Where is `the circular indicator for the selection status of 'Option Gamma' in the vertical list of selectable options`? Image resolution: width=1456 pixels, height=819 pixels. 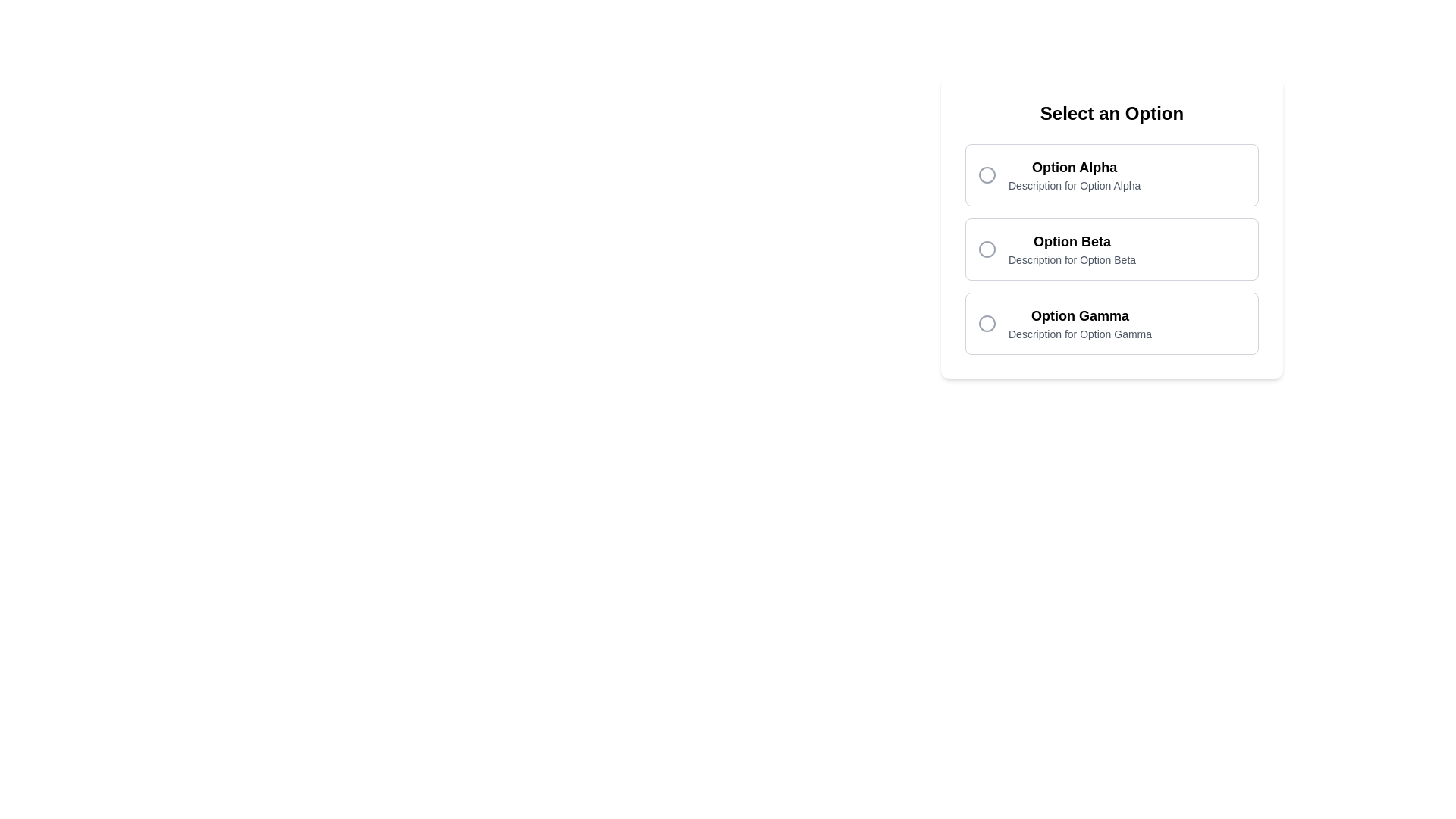 the circular indicator for the selection status of 'Option Gamma' in the vertical list of selectable options is located at coordinates (987, 323).